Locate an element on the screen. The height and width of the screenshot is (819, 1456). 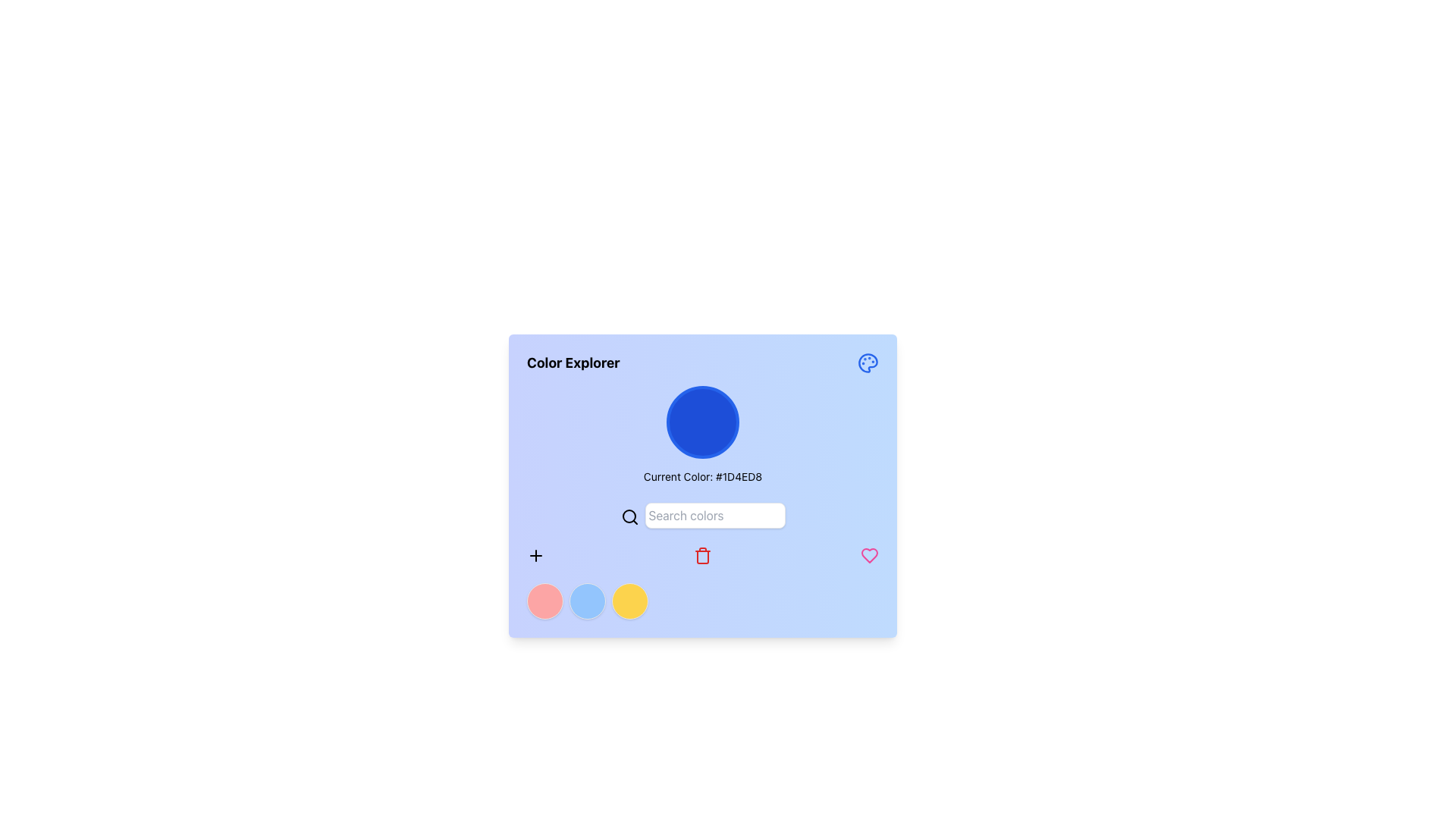
the text input field for searching colors, which features a search icon on the left and placeholder text 'Search colors' inside it is located at coordinates (701, 514).